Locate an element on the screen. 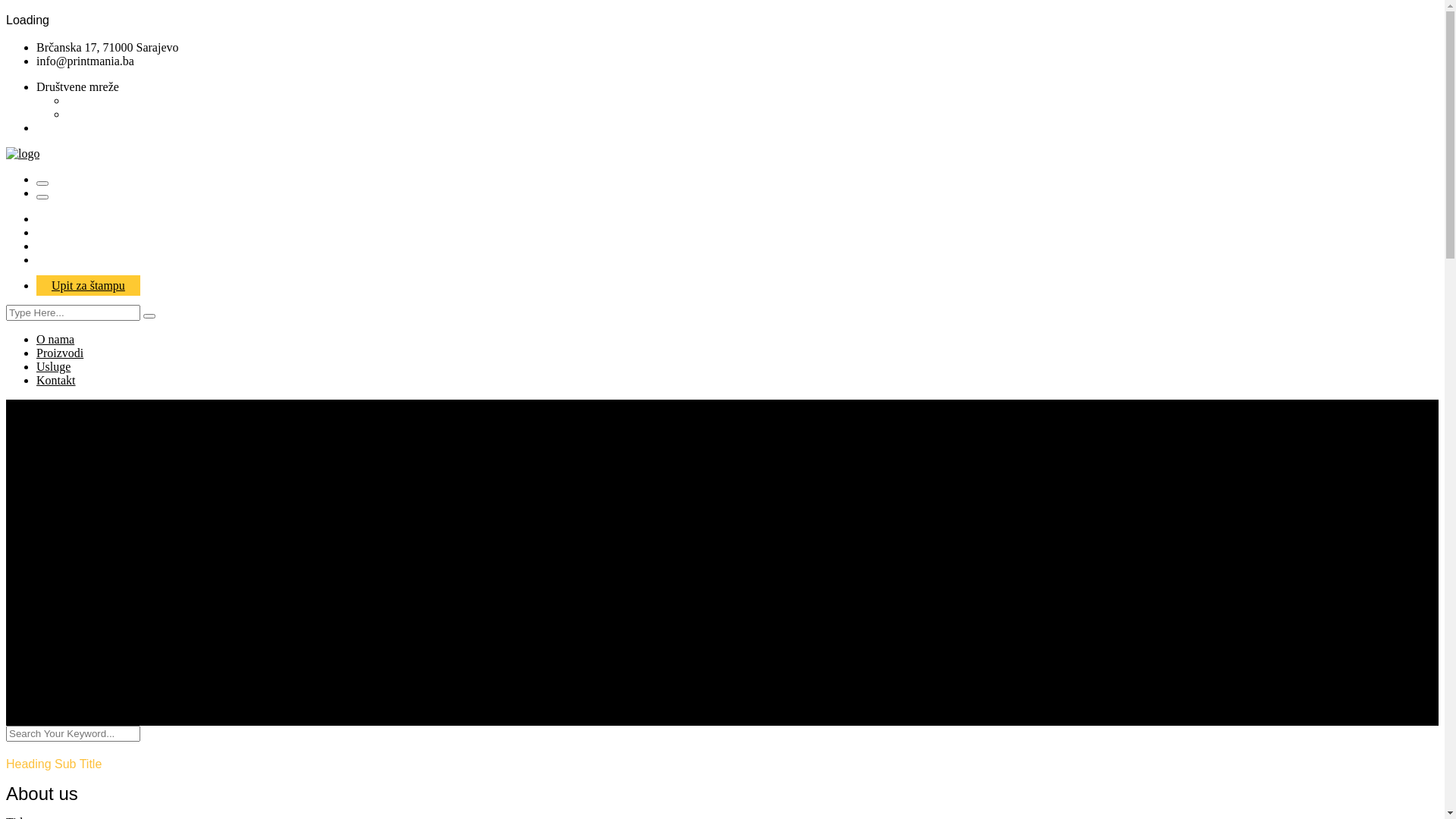  'O nama' is located at coordinates (36, 338).